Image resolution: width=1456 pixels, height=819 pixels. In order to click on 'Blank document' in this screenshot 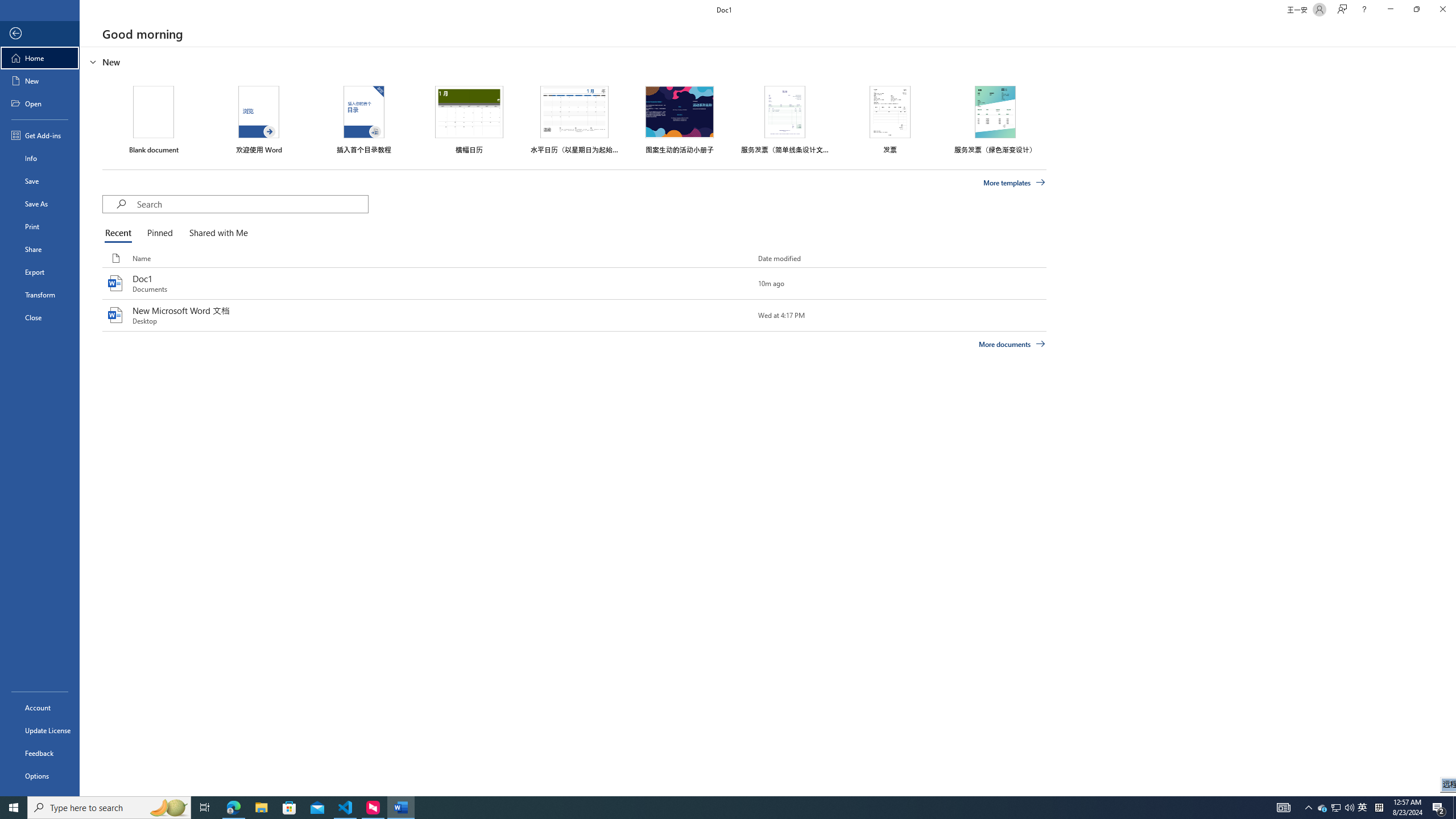, I will do `click(153, 119)`.